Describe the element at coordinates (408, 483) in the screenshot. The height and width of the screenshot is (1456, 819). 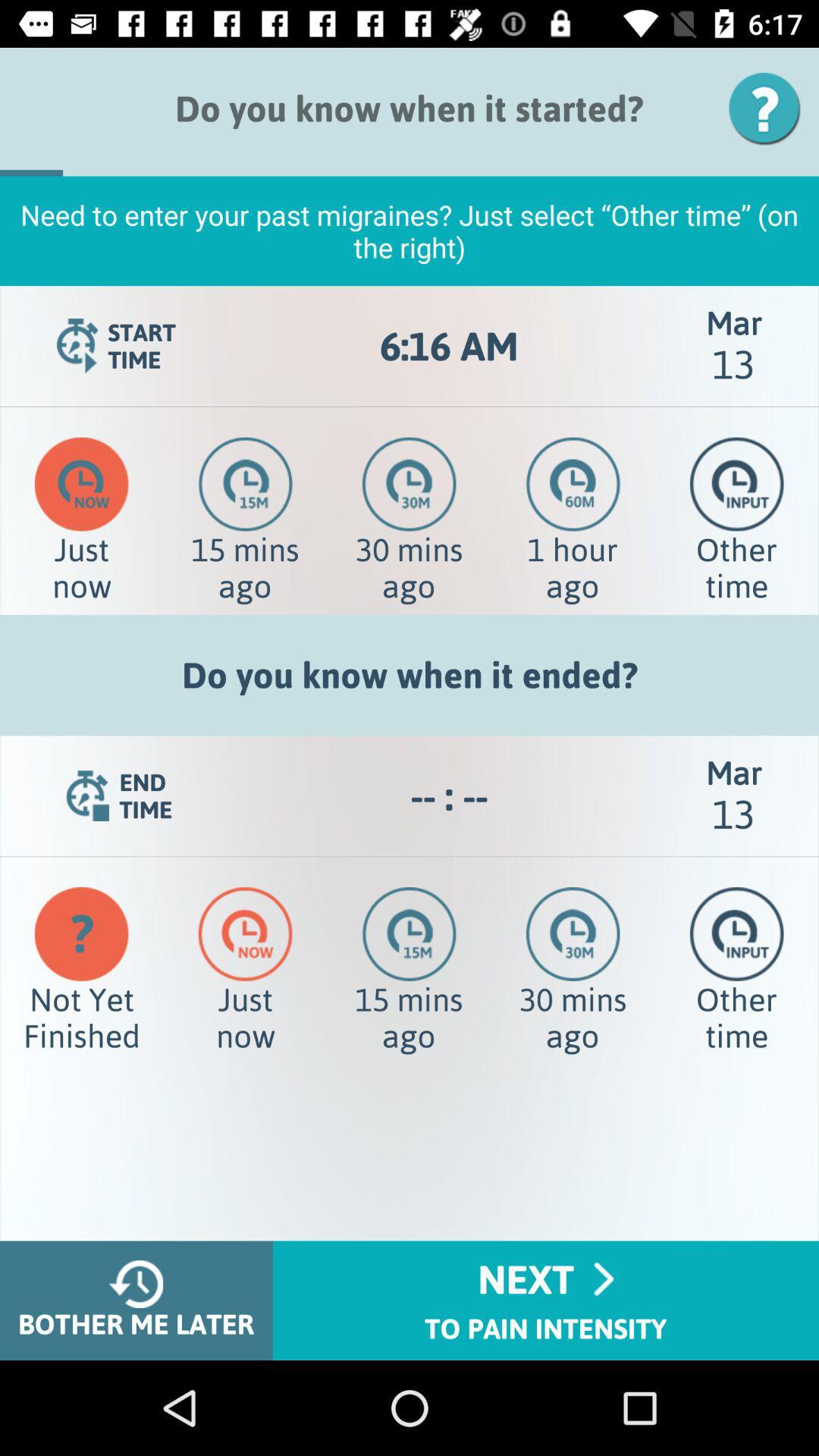
I see `the time icon` at that location.